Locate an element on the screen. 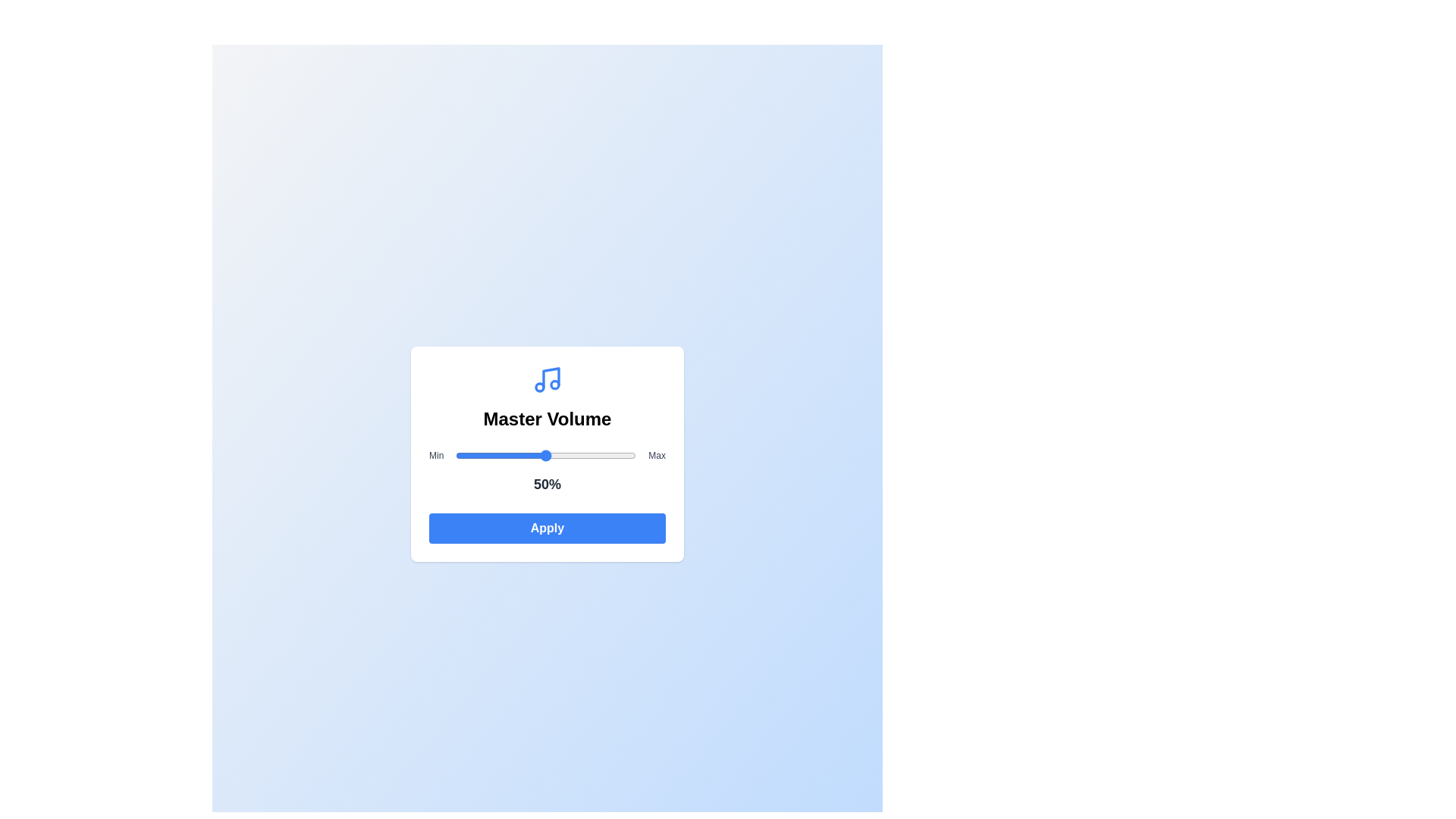  the volume slider to set the volume to 71% is located at coordinates (583, 455).